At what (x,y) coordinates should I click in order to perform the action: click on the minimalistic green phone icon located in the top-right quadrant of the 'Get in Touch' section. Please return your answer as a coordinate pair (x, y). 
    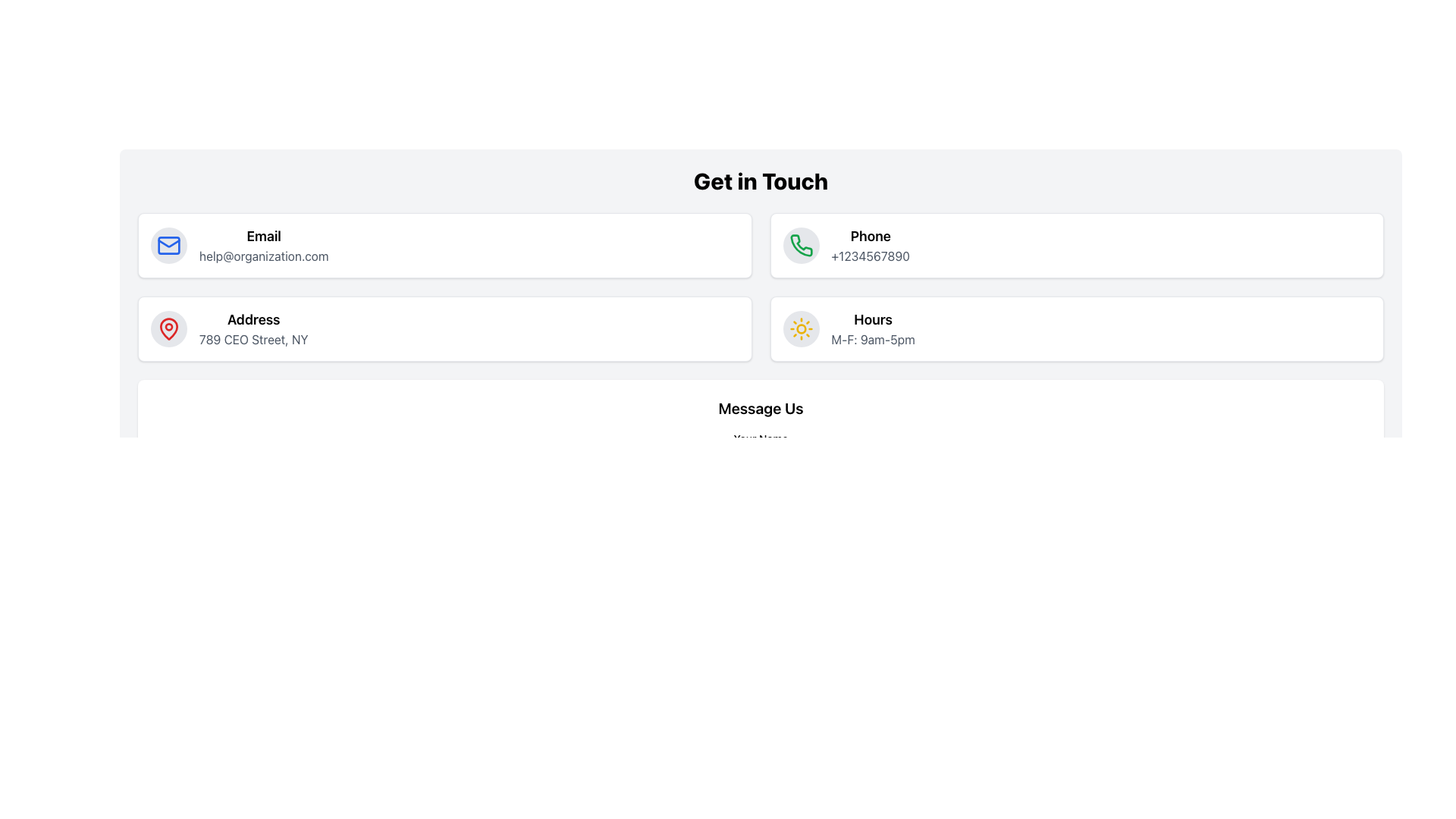
    Looking at the image, I should click on (800, 245).